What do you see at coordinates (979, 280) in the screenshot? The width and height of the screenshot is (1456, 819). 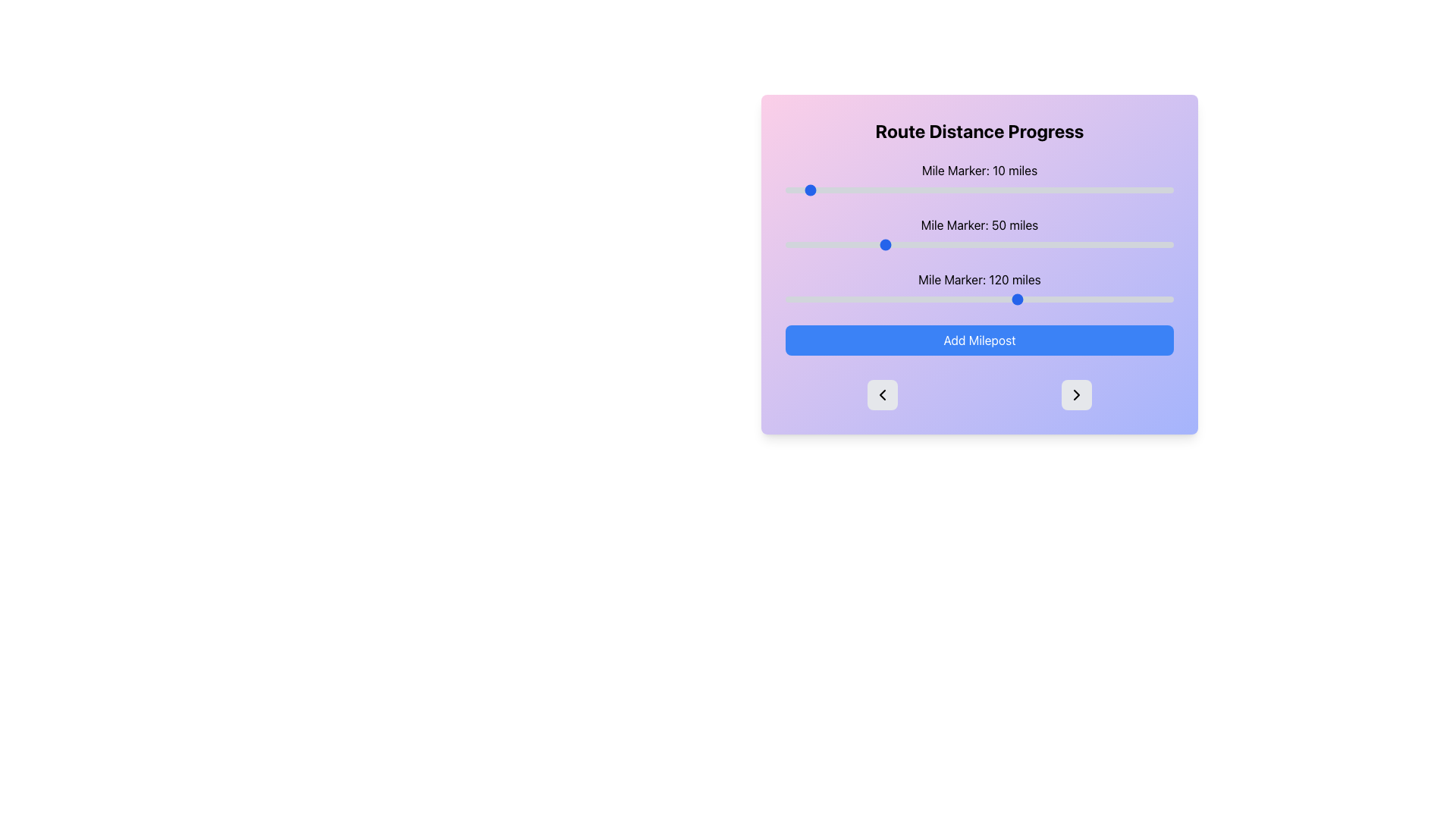 I see `the static text displaying 'Mile Marker: 120 miles', which is positioned within the 'Route Distance Progress' card, located near the lower middle of the card above the corresponding slider` at bounding box center [979, 280].